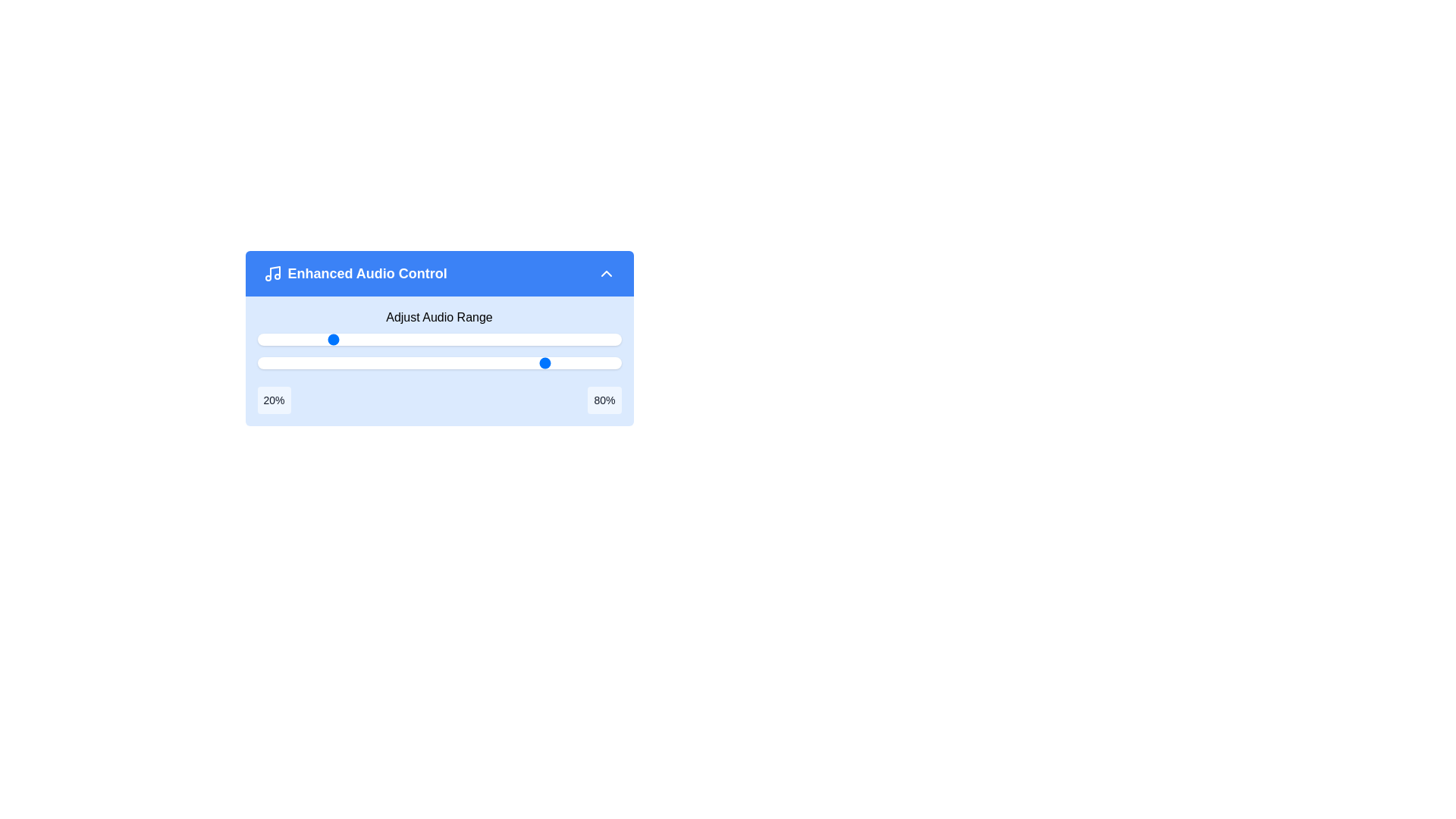  What do you see at coordinates (438, 274) in the screenshot?
I see `the Header bar with toggle control` at bounding box center [438, 274].